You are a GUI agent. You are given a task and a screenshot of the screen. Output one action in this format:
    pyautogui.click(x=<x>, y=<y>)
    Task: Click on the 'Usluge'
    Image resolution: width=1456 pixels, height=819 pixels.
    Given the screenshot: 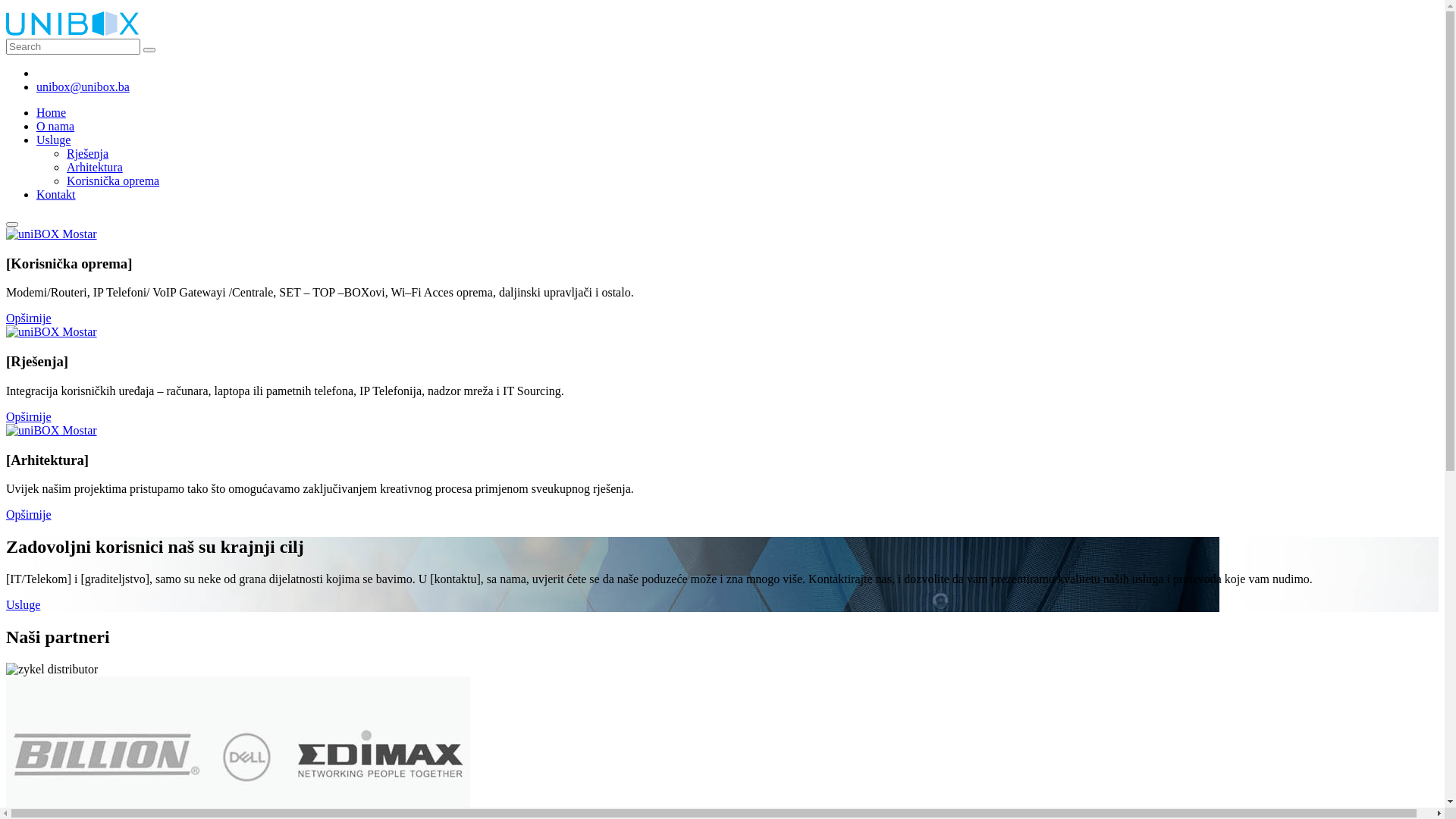 What is the action you would take?
    pyautogui.click(x=53, y=140)
    